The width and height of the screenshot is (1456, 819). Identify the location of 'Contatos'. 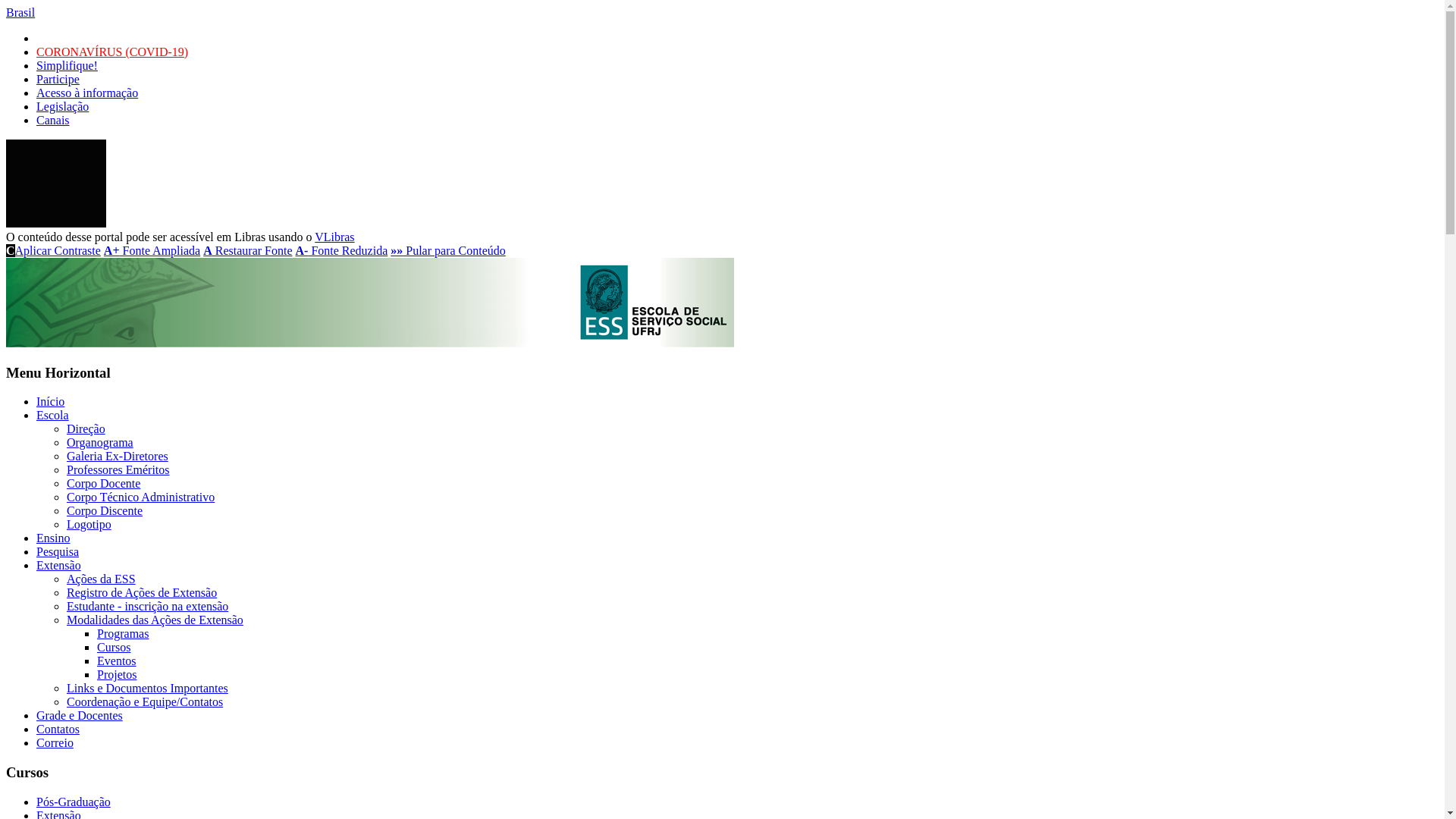
(58, 728).